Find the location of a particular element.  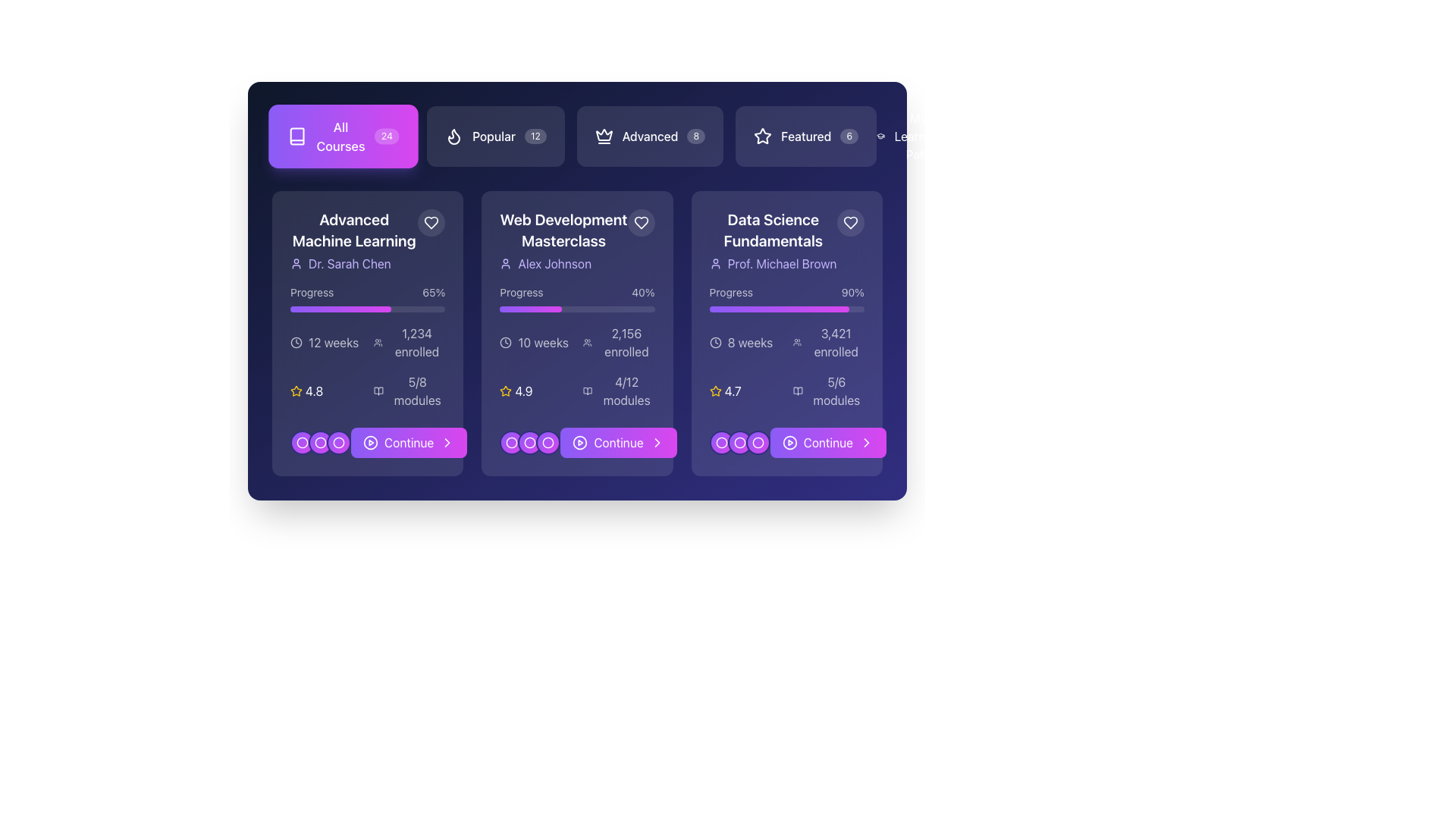

progress completion is located at coordinates (434, 309).